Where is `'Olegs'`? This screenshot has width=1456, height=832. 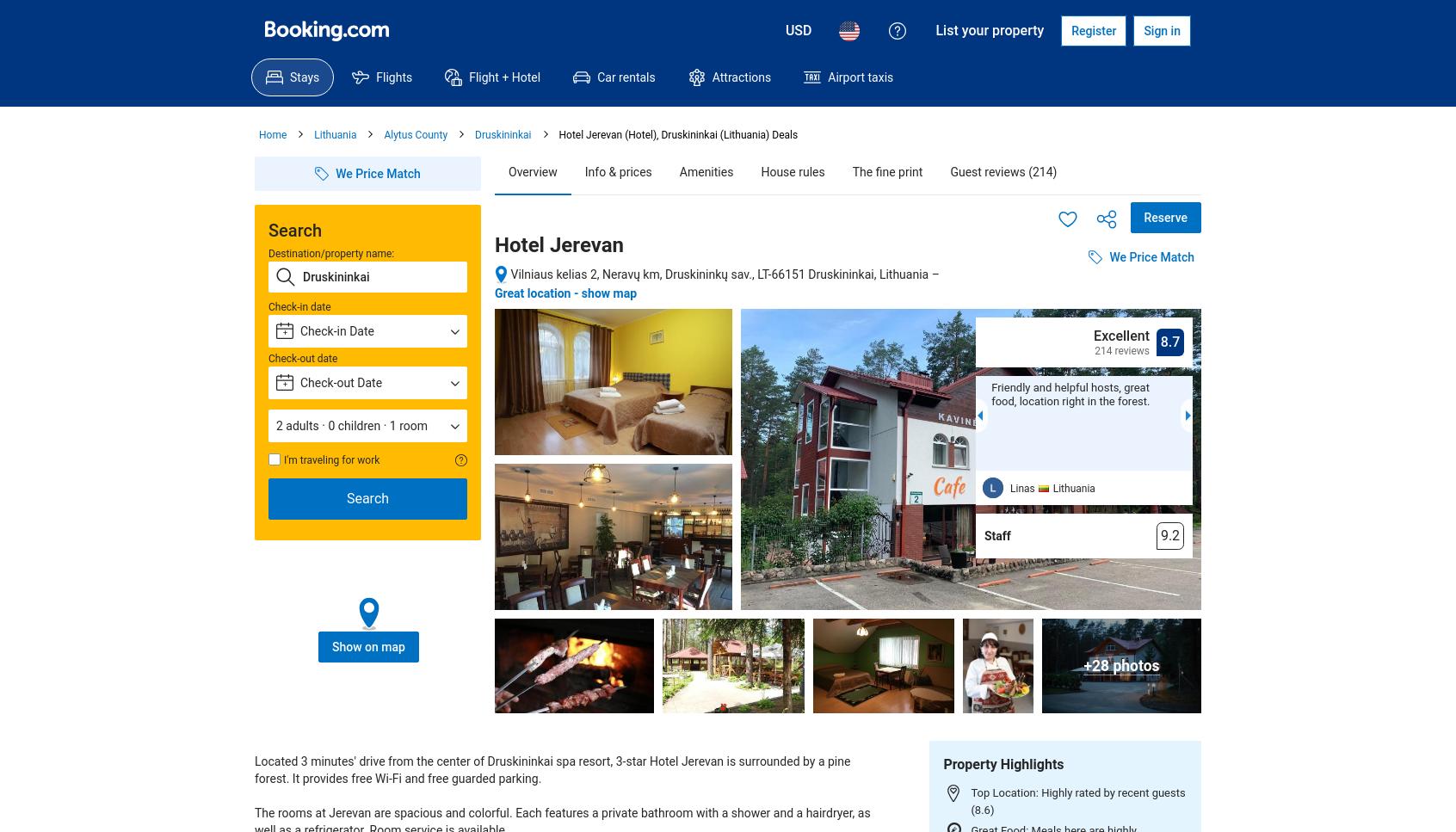
'Olegs' is located at coordinates (1239, 488).